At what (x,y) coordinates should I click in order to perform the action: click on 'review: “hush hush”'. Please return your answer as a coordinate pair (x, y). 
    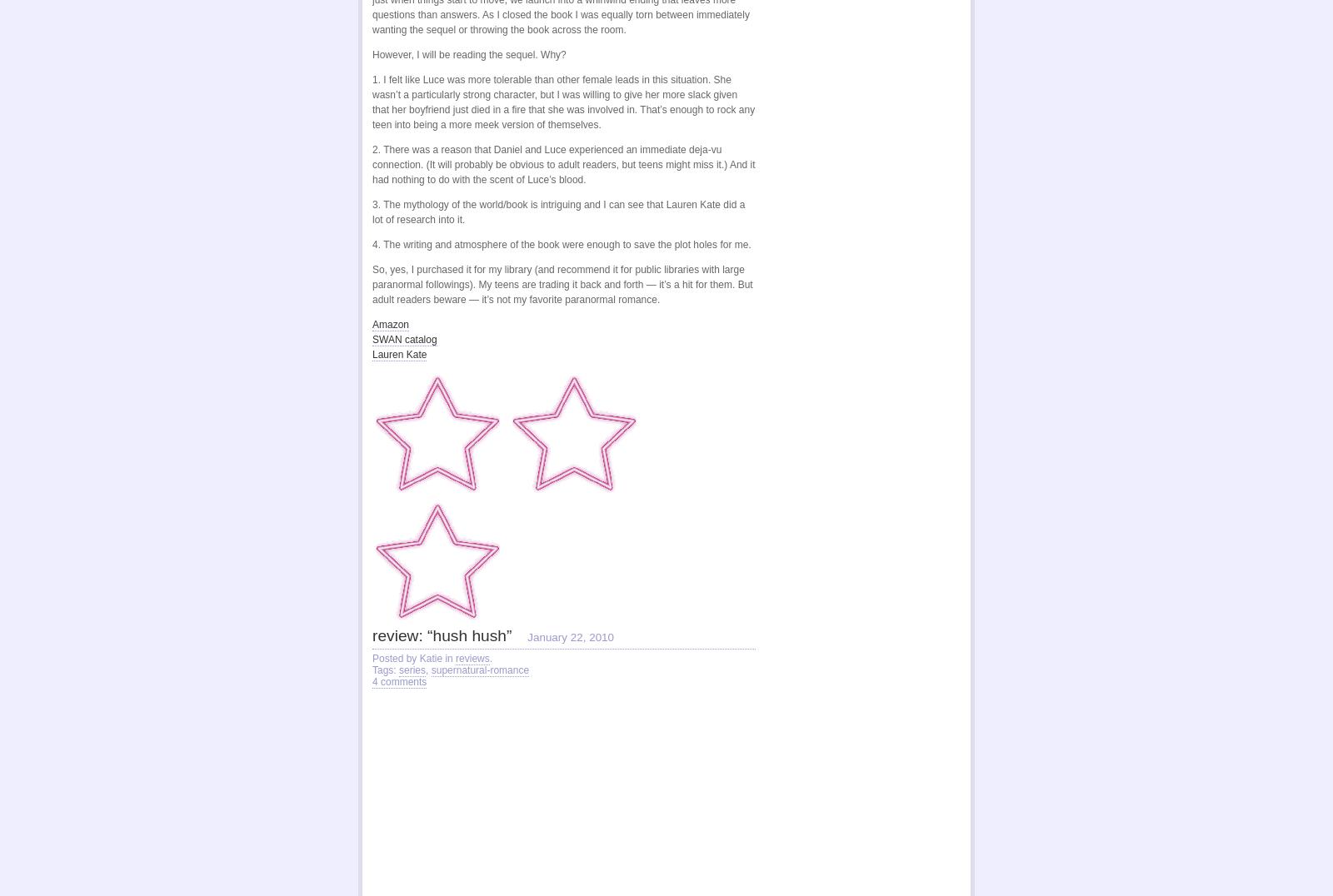
    Looking at the image, I should click on (441, 630).